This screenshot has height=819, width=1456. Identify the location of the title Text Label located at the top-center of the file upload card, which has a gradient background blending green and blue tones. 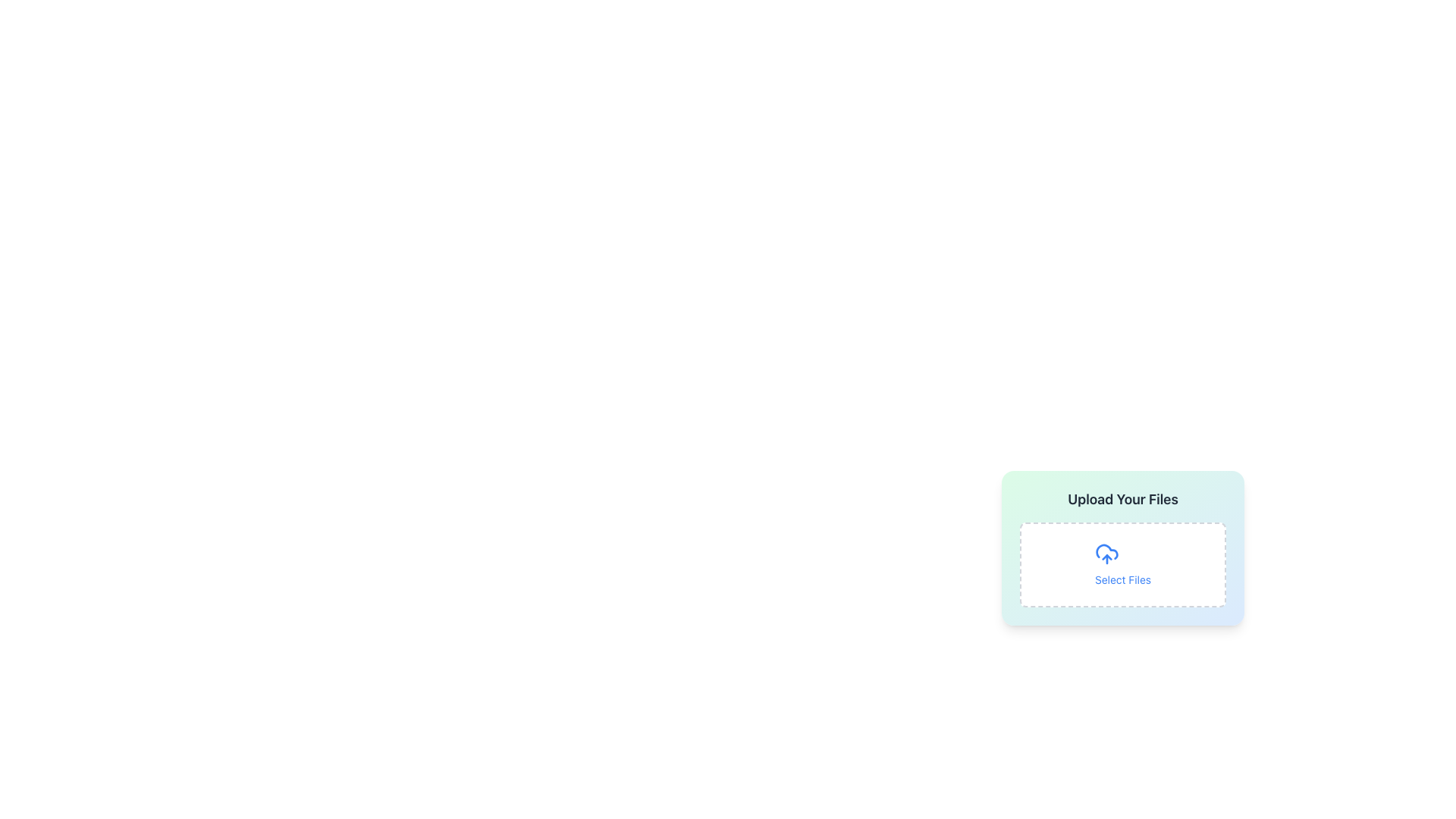
(1123, 500).